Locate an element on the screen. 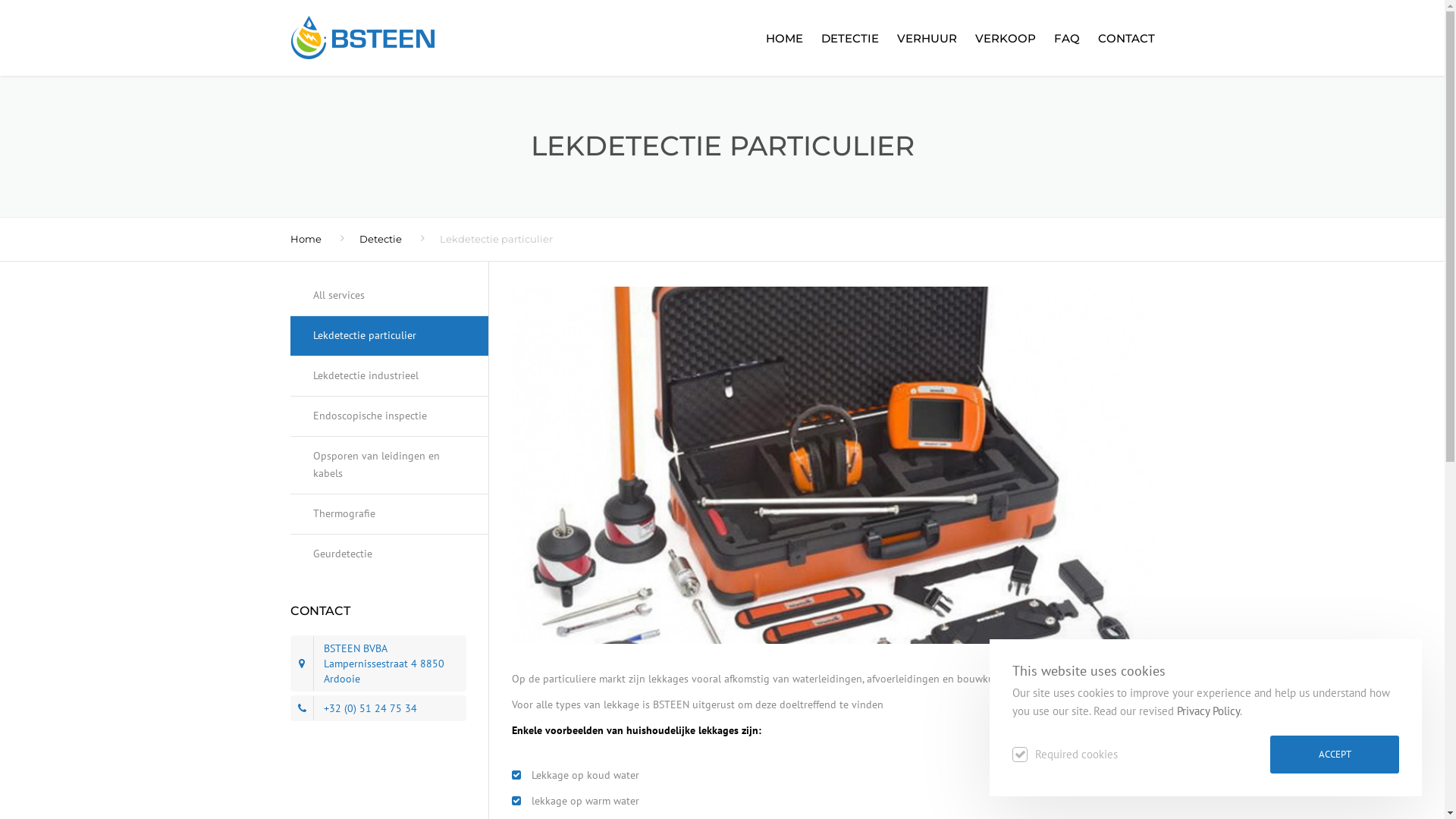 The height and width of the screenshot is (819, 1456). 'Endoscopische inspectie' is located at coordinates (389, 416).